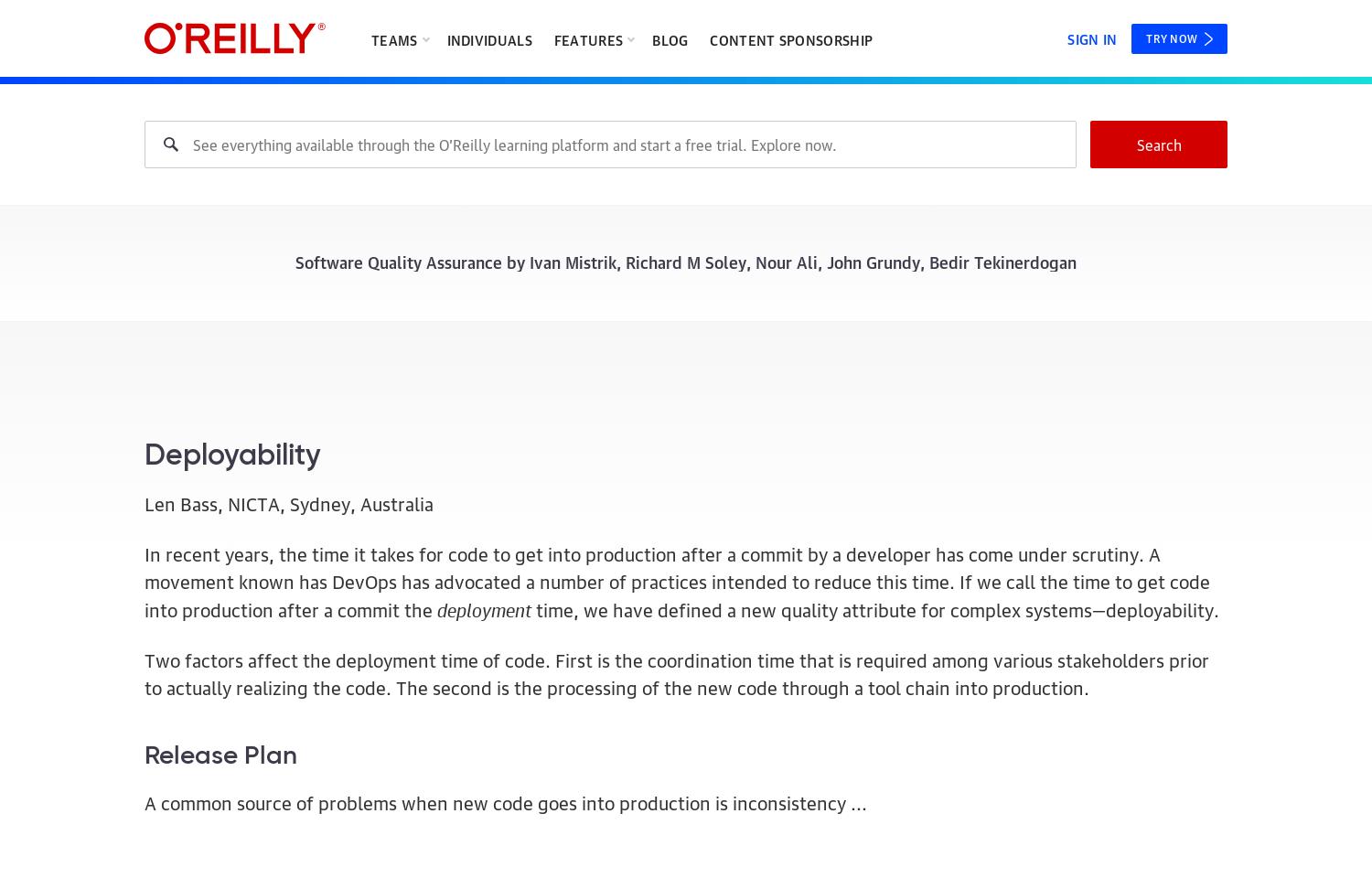 The width and height of the screenshot is (1372, 878). I want to click on 'Len Bass,', so click(185, 502).